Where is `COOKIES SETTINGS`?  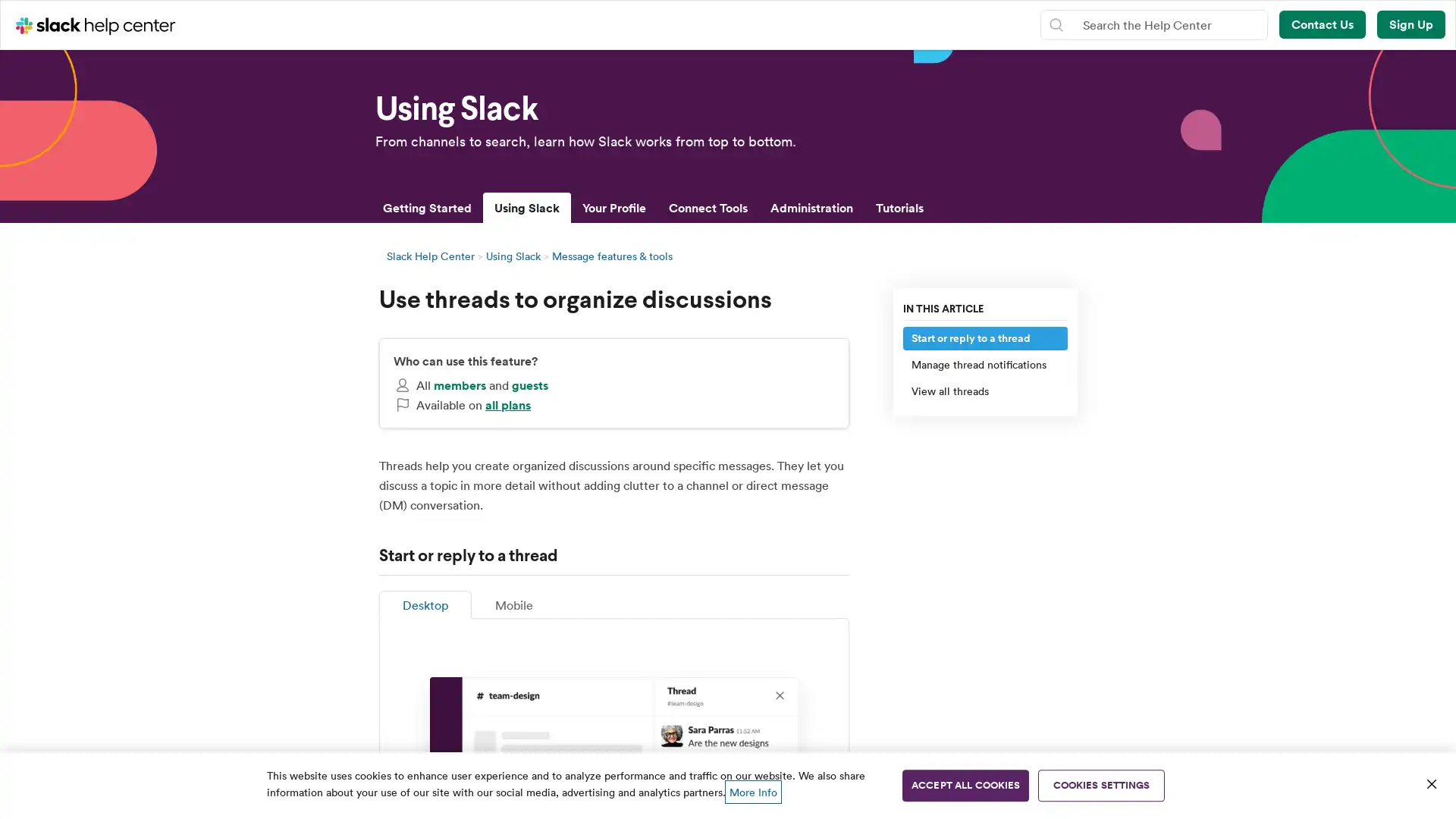
COOKIES SETTINGS is located at coordinates (1101, 785).